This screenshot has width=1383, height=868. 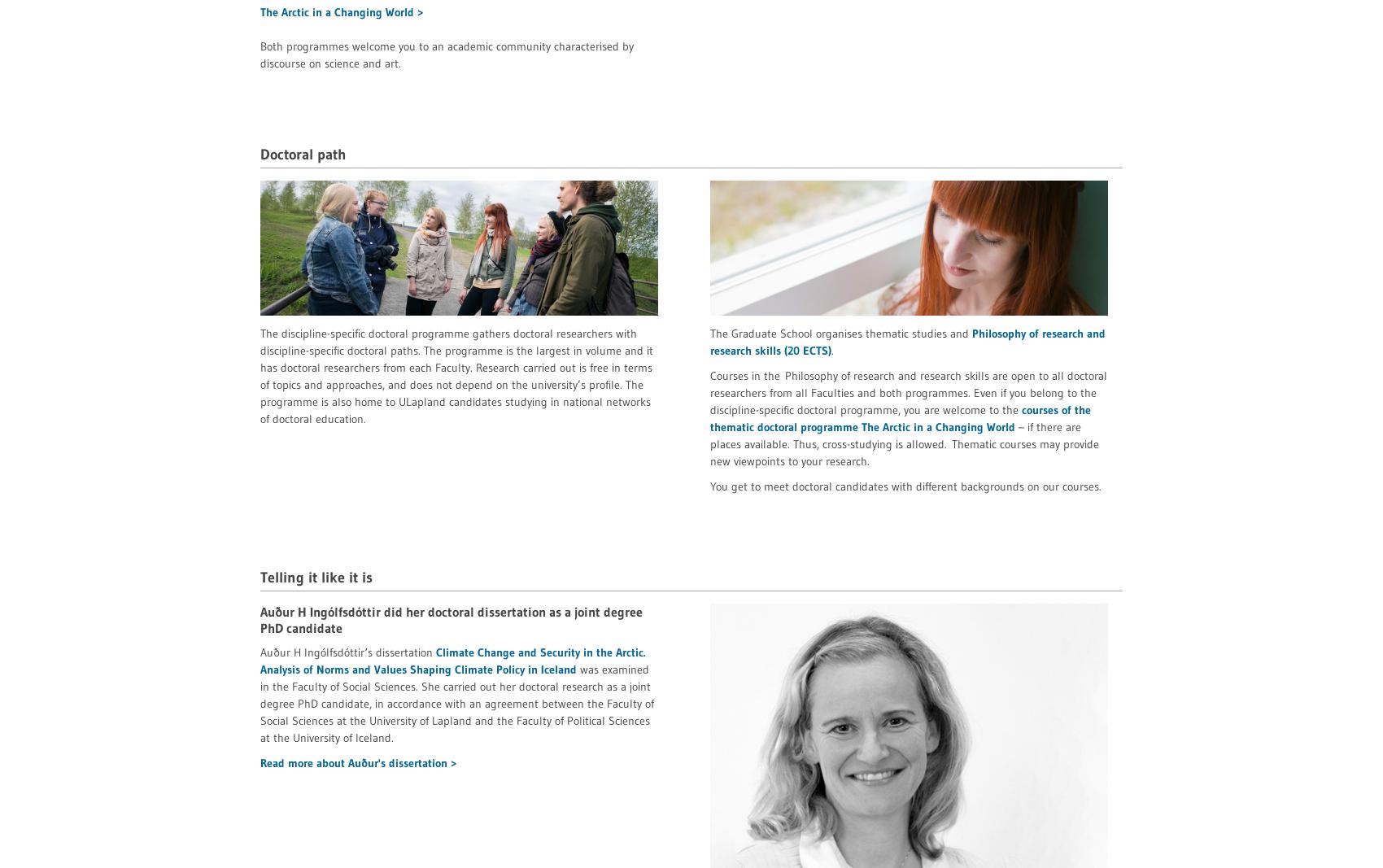 I want to click on 'Both programmes welcome you to an academic community characterised by discourse on science and art.', so click(x=446, y=53).